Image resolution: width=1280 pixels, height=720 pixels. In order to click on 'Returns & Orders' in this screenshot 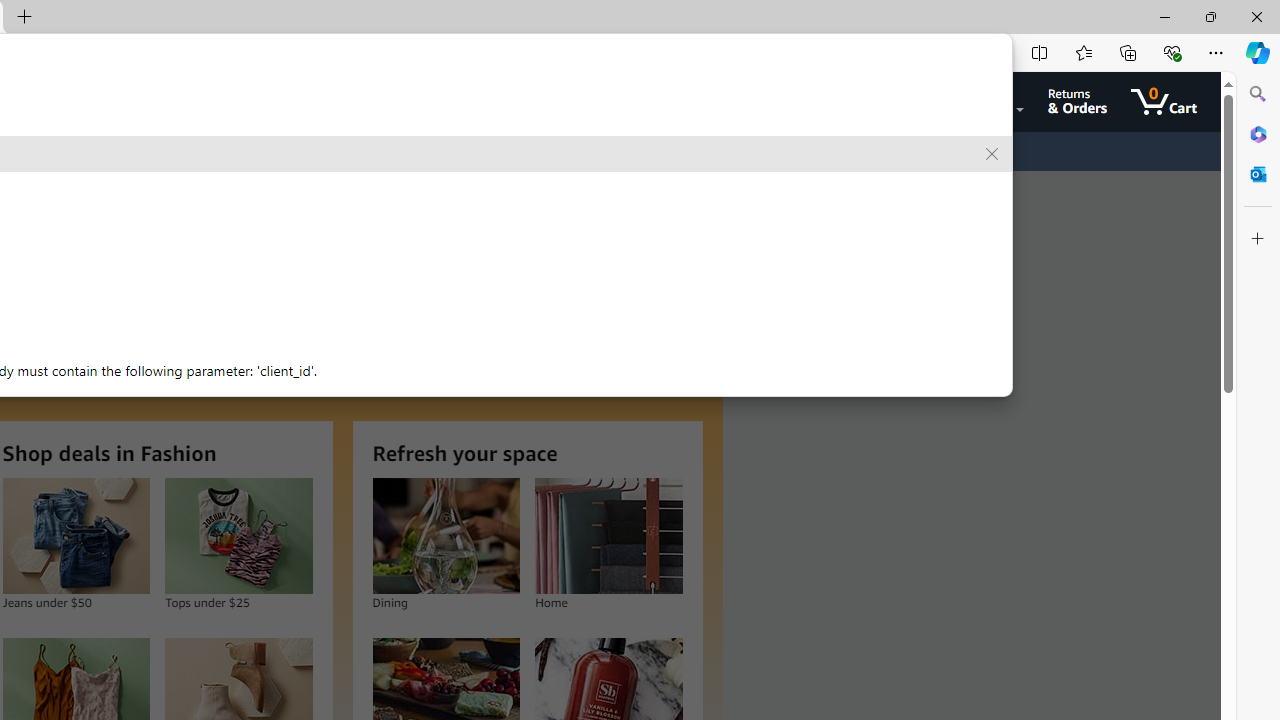, I will do `click(1076, 101)`.